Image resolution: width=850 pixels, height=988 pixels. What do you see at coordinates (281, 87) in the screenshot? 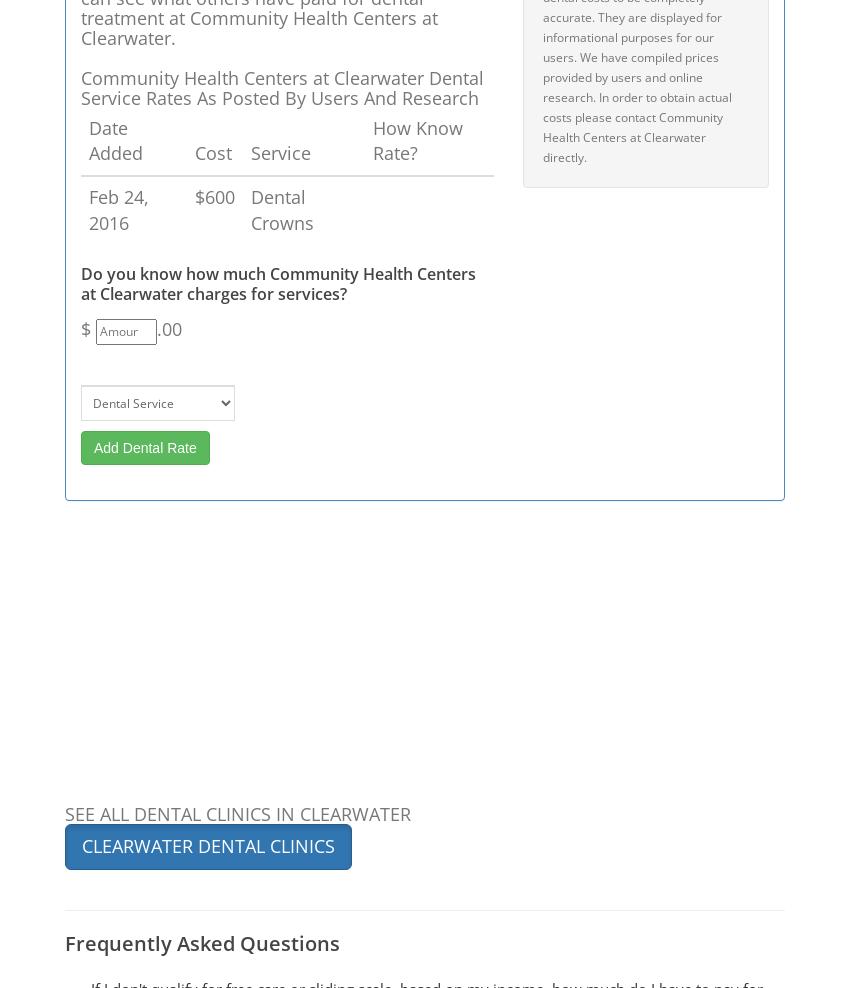
I see `'Community Health Centers at Clearwater Dental Service Rates As Posted By Users And Research'` at bounding box center [281, 87].